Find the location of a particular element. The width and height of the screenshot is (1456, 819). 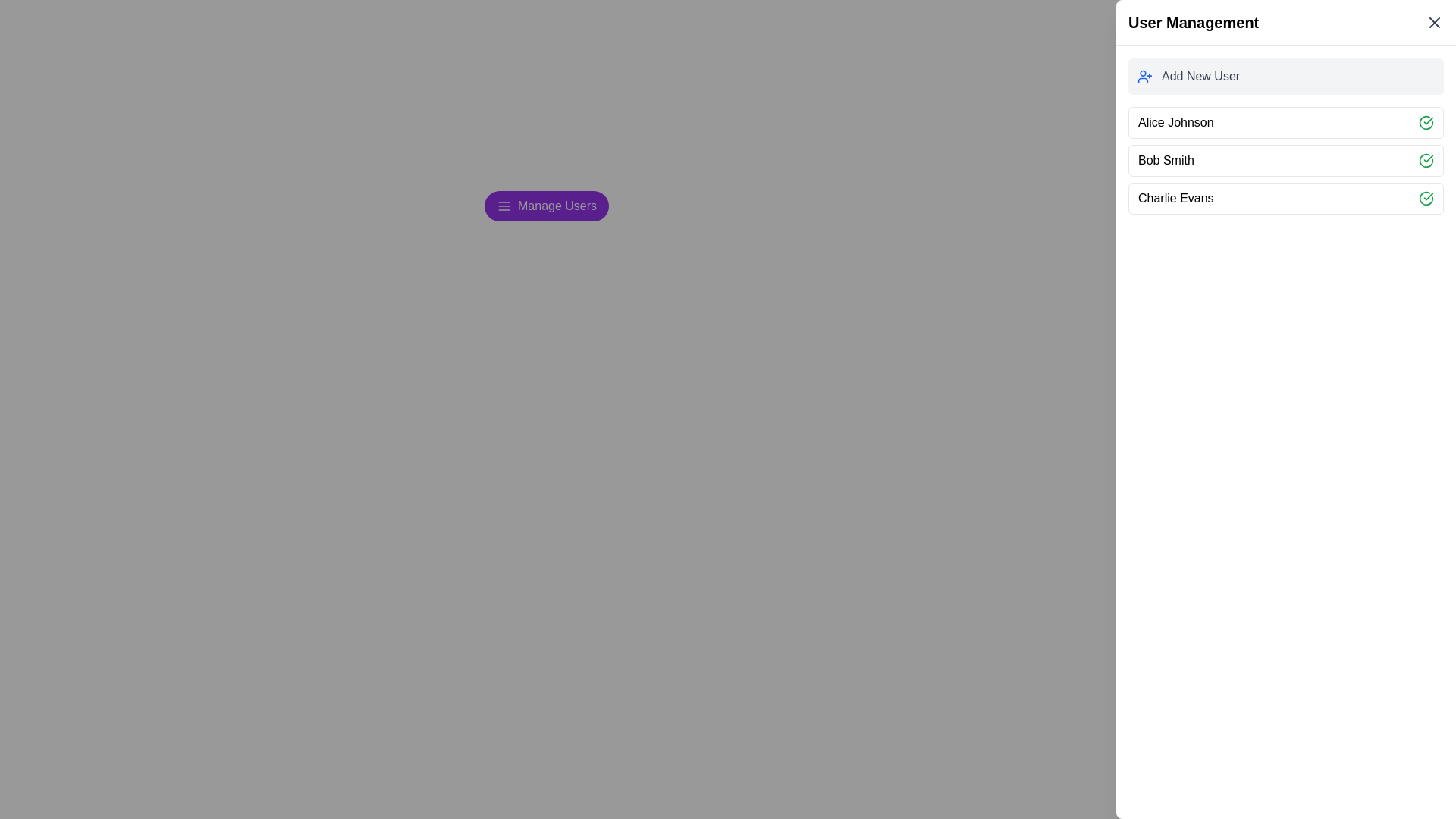

the first user entry in the 'User Management' list is located at coordinates (1285, 122).